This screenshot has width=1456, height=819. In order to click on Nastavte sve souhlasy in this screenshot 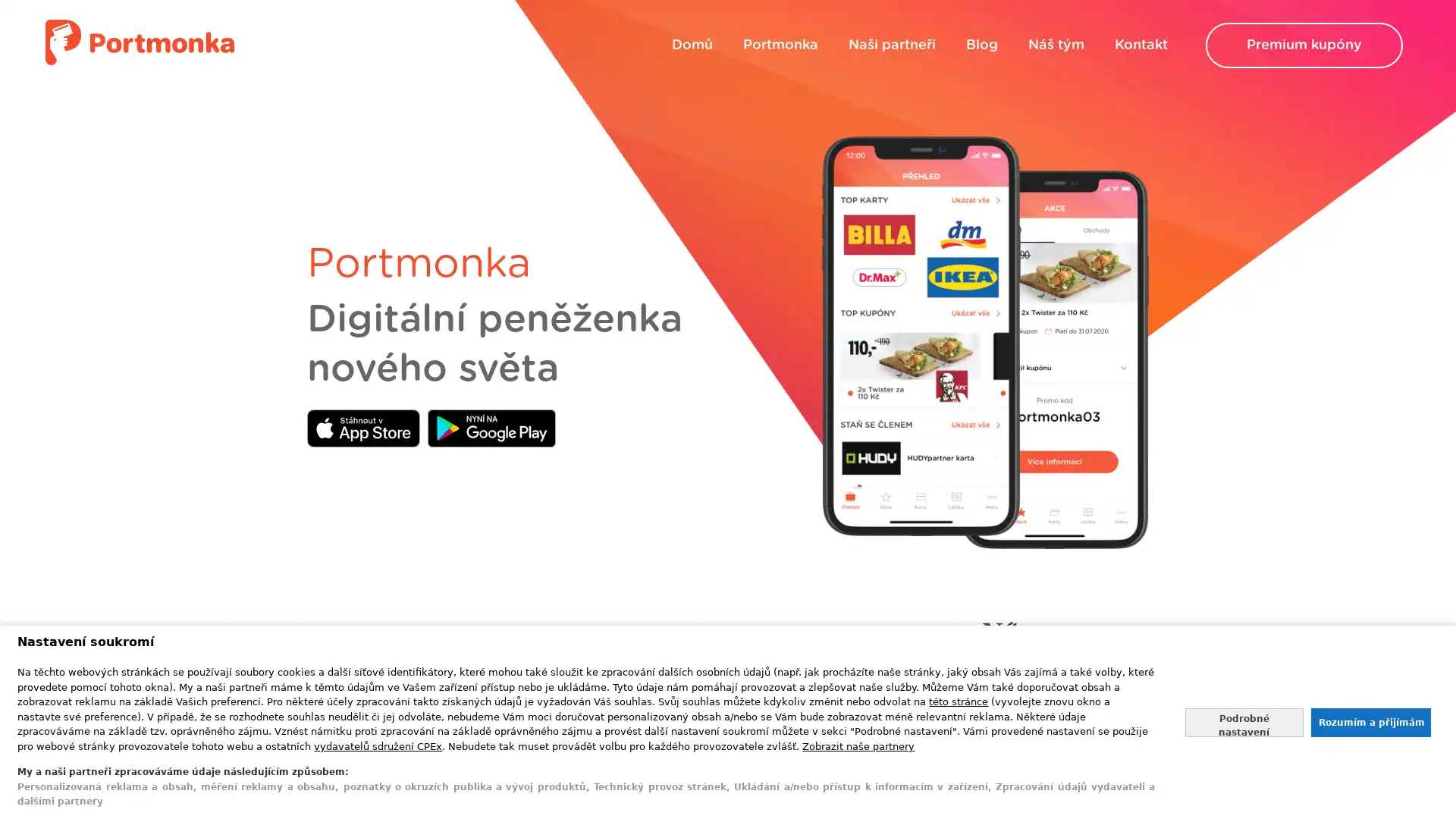, I will do `click(1244, 721)`.